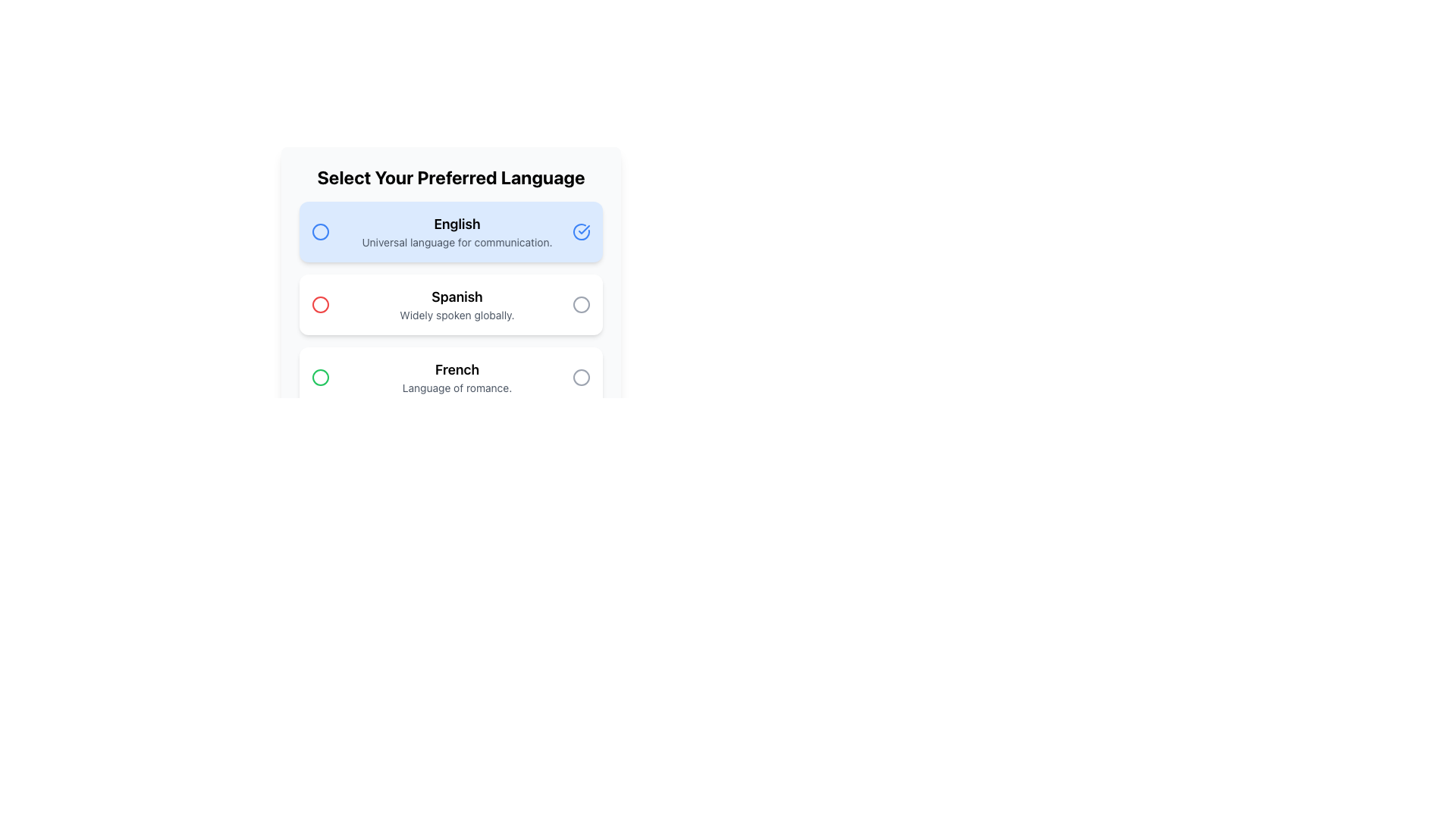 This screenshot has height=819, width=1456. Describe the element at coordinates (581, 304) in the screenshot. I see `the radio button styled indicator for the 'Spanish' language option` at that location.